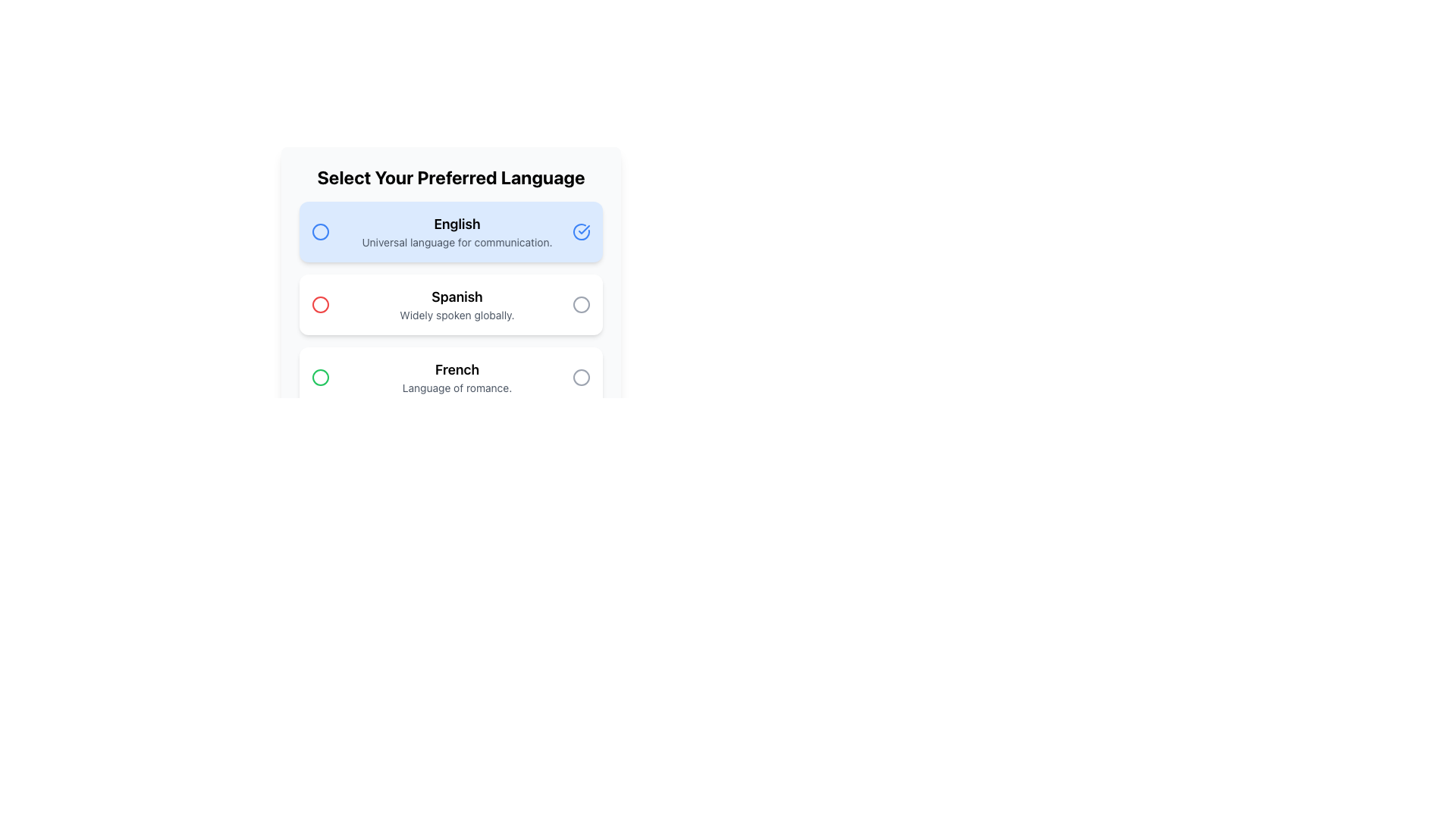 This screenshot has height=819, width=1456. Describe the element at coordinates (581, 304) in the screenshot. I see `the radio button styled indicator for the 'Spanish' language option` at that location.